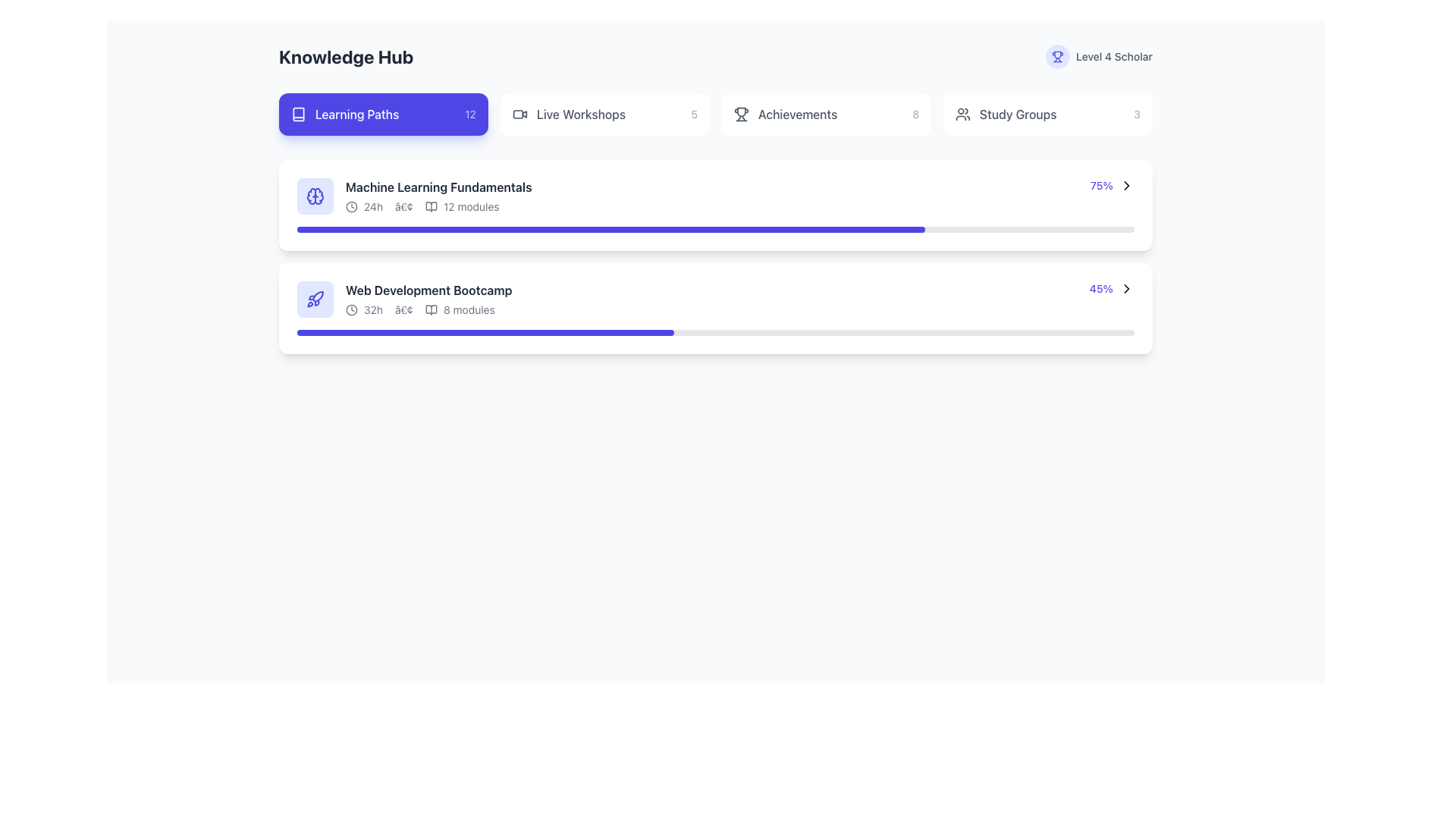 This screenshot has width=1456, height=819. Describe the element at coordinates (356, 113) in the screenshot. I see `the 'Learning Paths' static text label in the first navigation tab of the knowledge hub` at that location.